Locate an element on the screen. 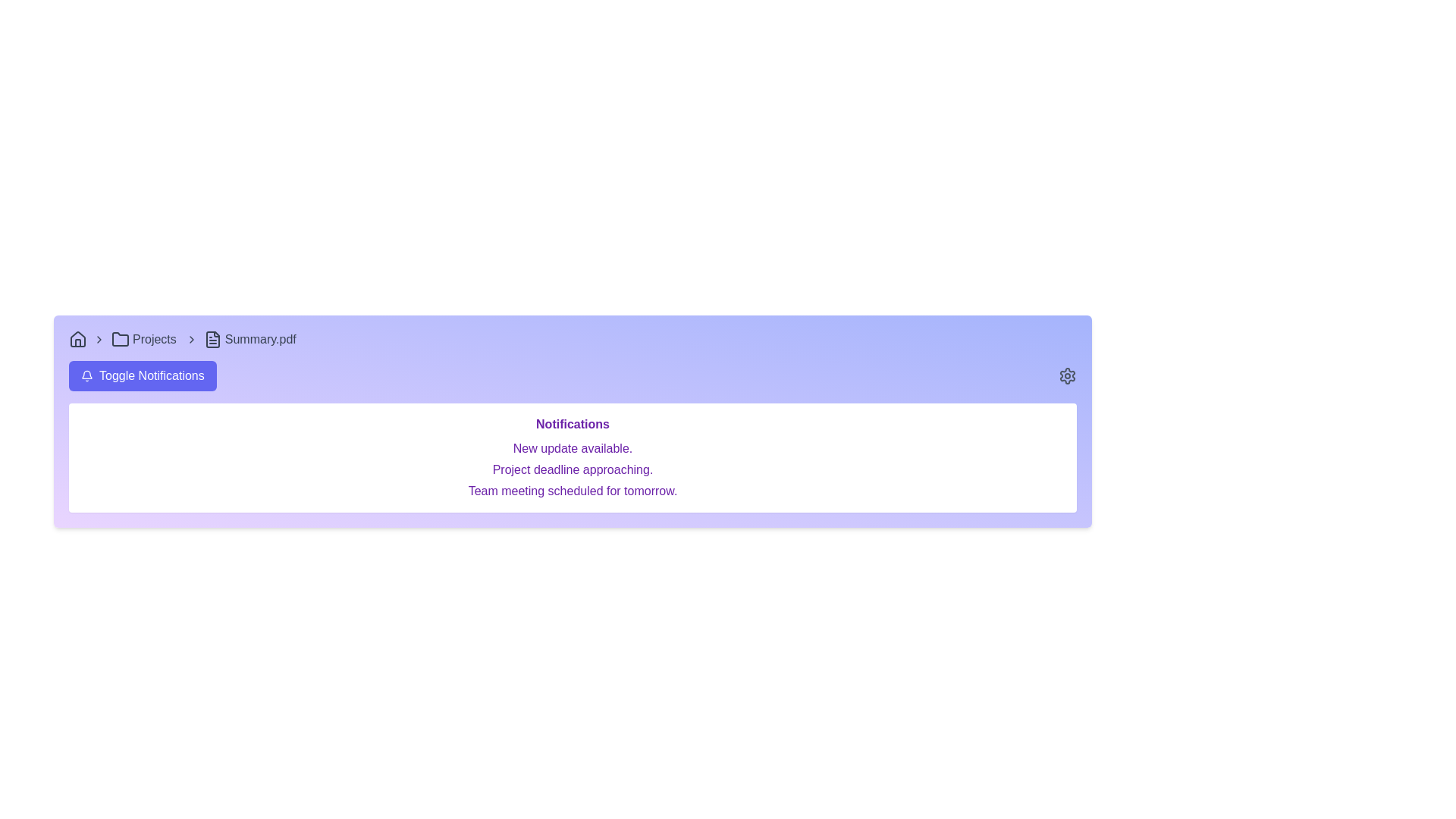 The width and height of the screenshot is (1456, 819). the gear-shaped settings icon located in the top-right corner of the notification panel is located at coordinates (1066, 375).